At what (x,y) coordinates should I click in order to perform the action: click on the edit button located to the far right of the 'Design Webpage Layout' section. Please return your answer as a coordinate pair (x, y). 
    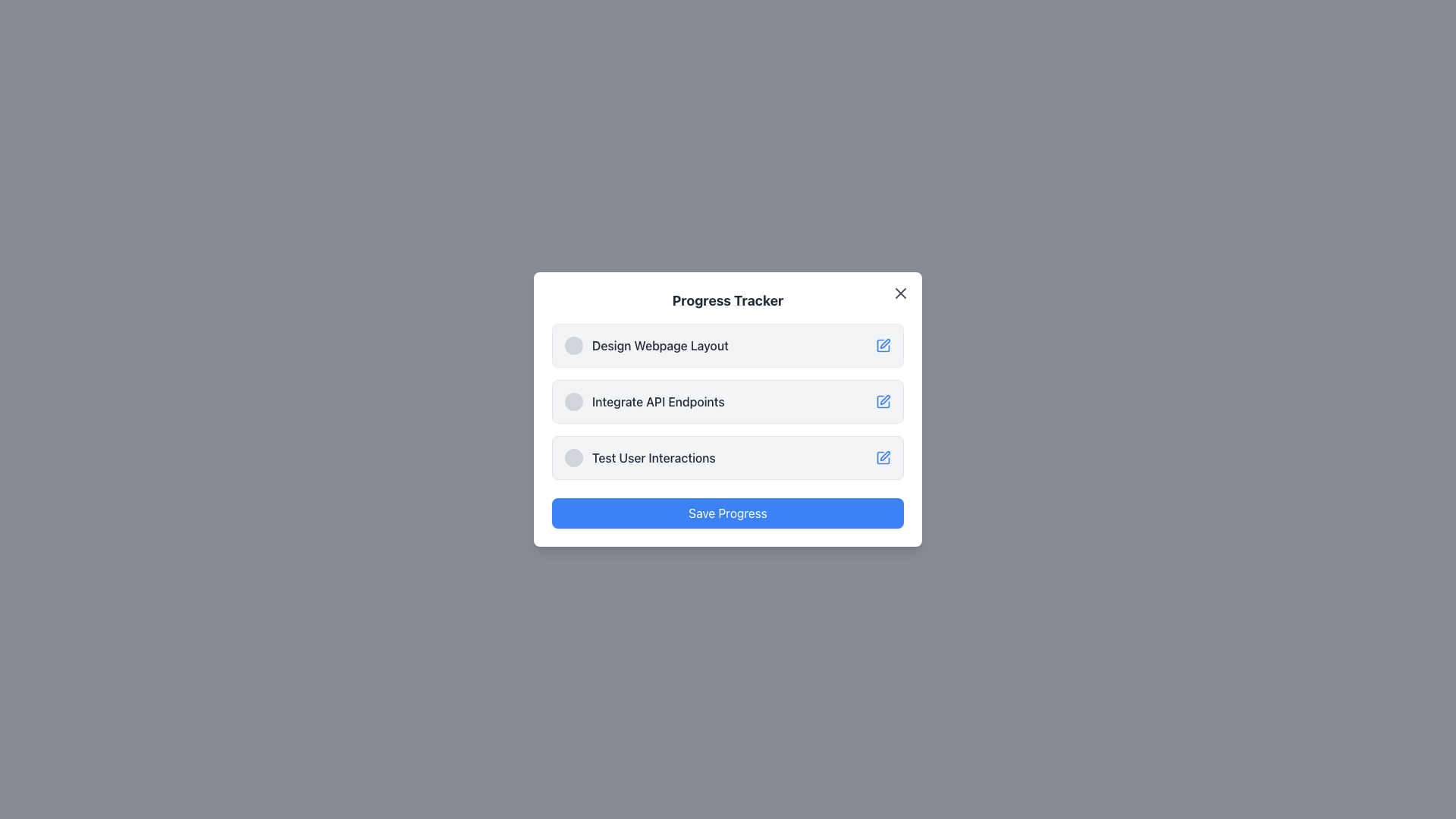
    Looking at the image, I should click on (883, 345).